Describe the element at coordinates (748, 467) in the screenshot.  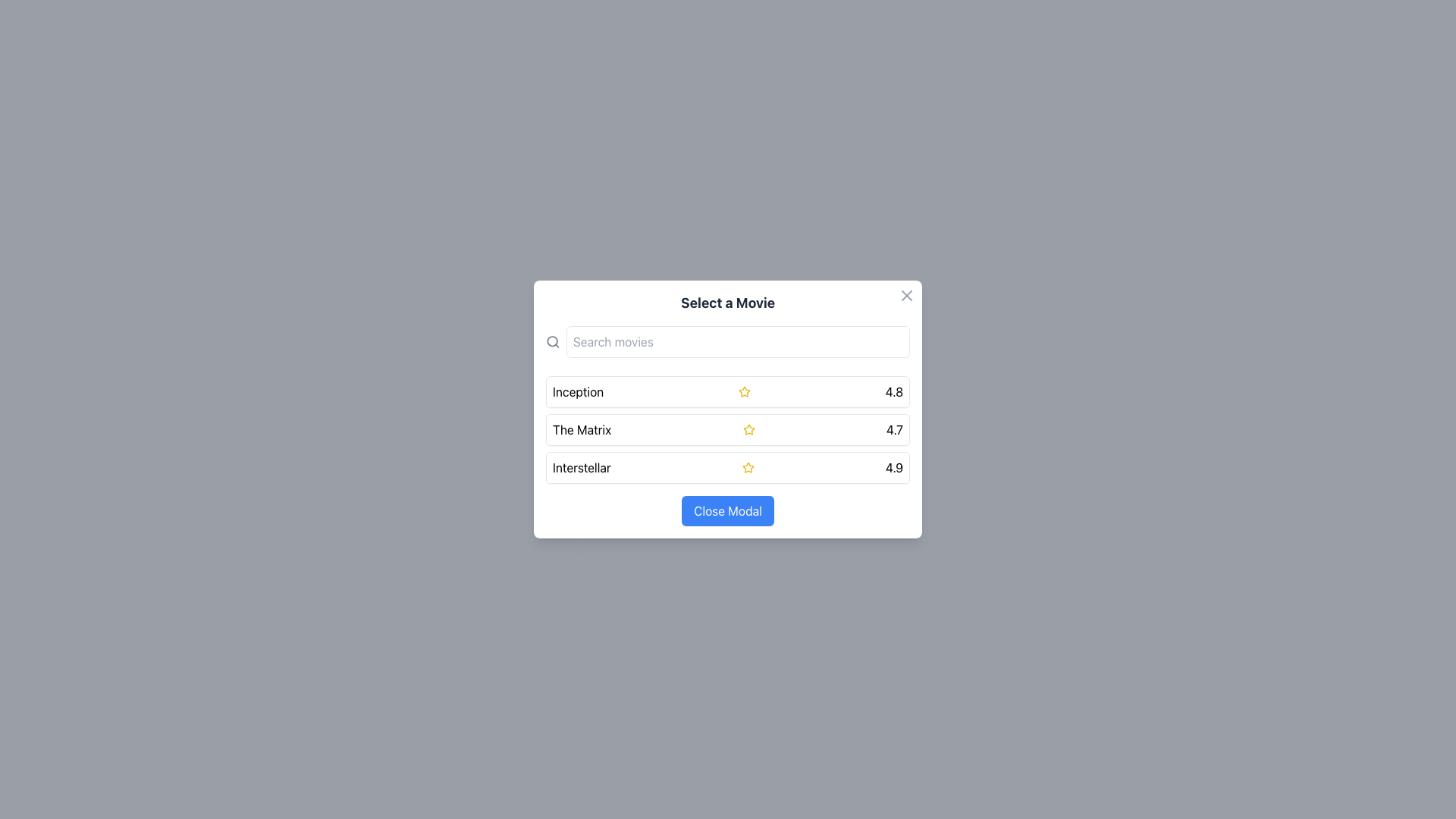
I see `the yellow star icon representing the rating feature for 'Interstellar' in the modal interface` at that location.